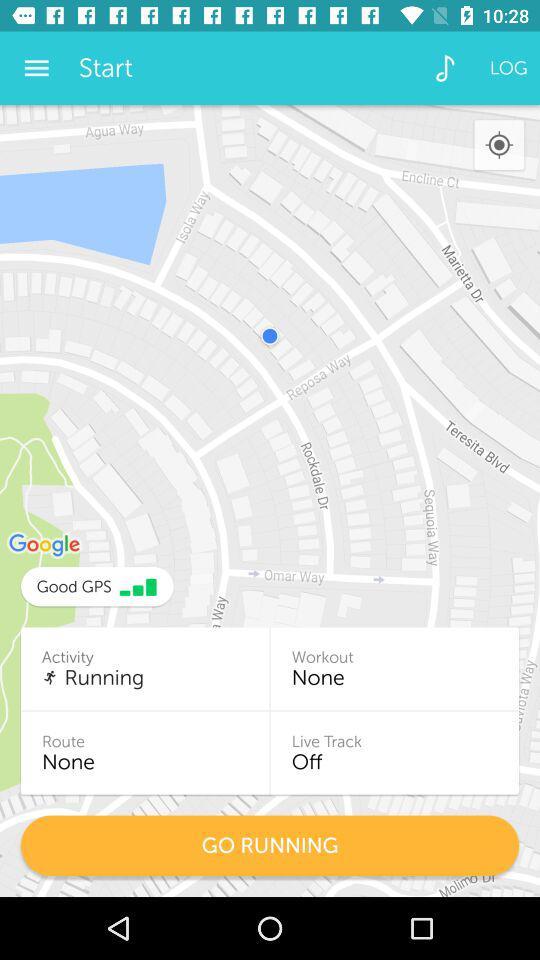 The width and height of the screenshot is (540, 960). What do you see at coordinates (445, 68) in the screenshot?
I see `the icon to the right of the start icon` at bounding box center [445, 68].